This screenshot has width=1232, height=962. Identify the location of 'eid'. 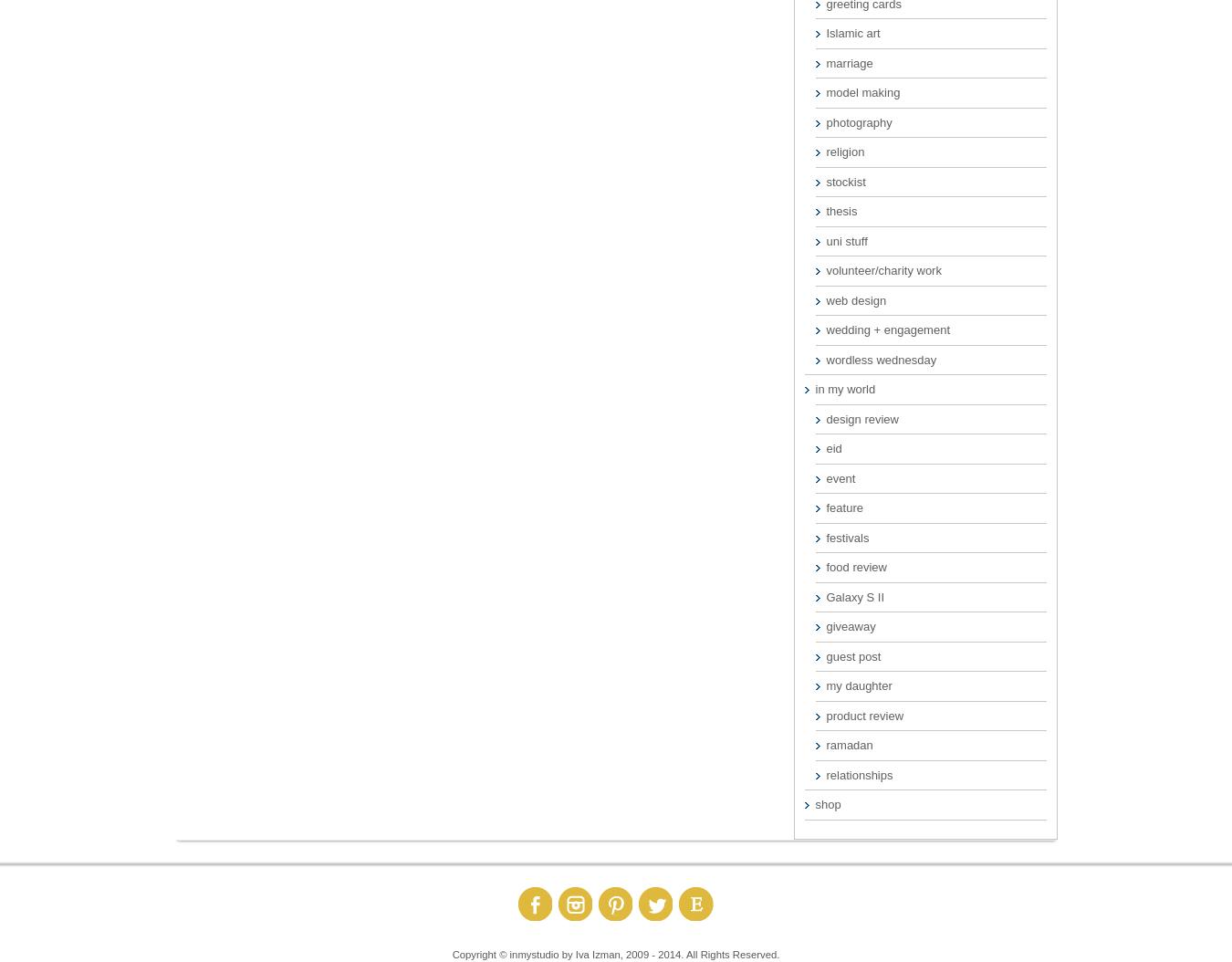
(825, 447).